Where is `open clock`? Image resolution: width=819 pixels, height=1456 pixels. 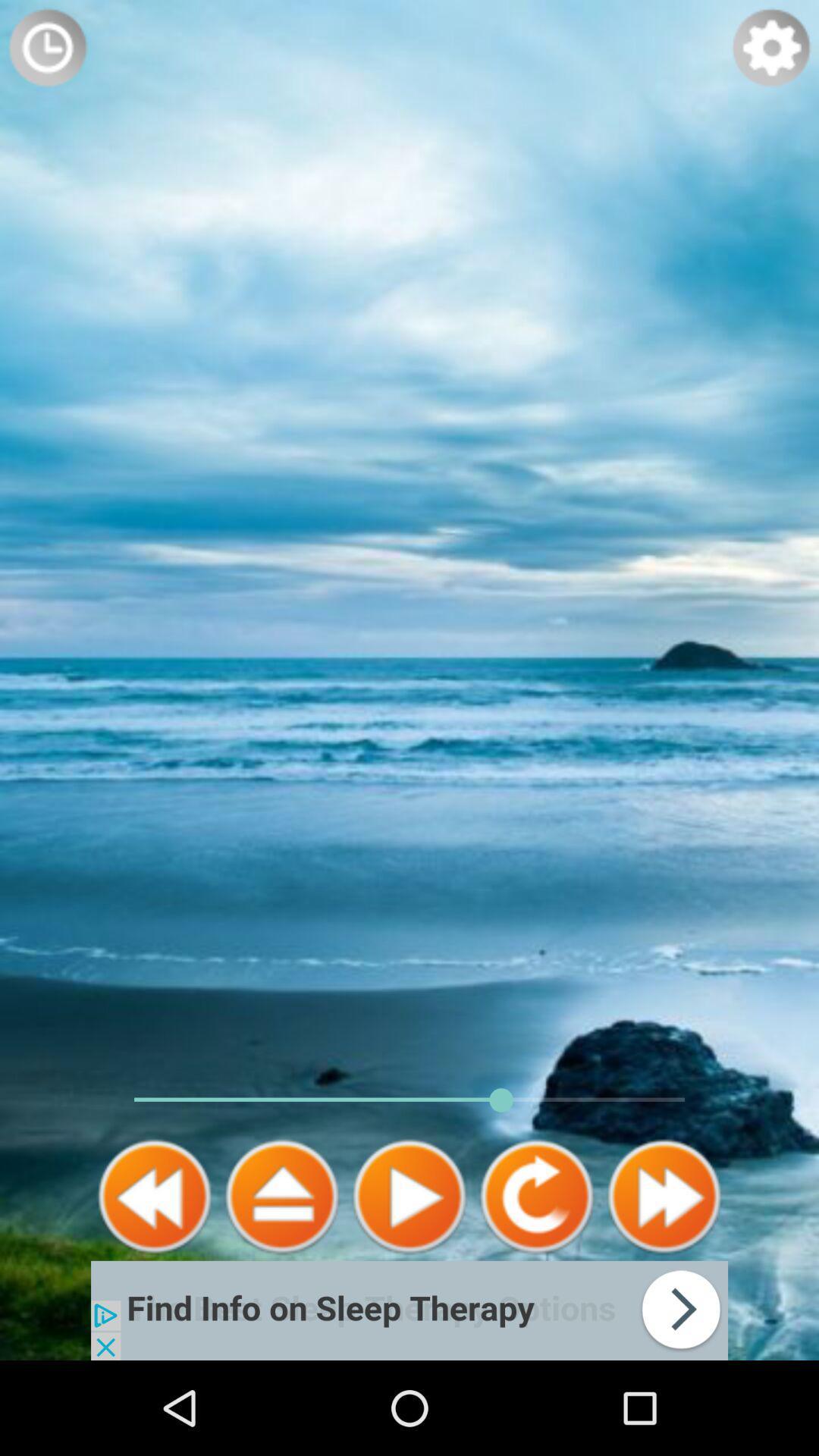
open clock is located at coordinates (46, 47).